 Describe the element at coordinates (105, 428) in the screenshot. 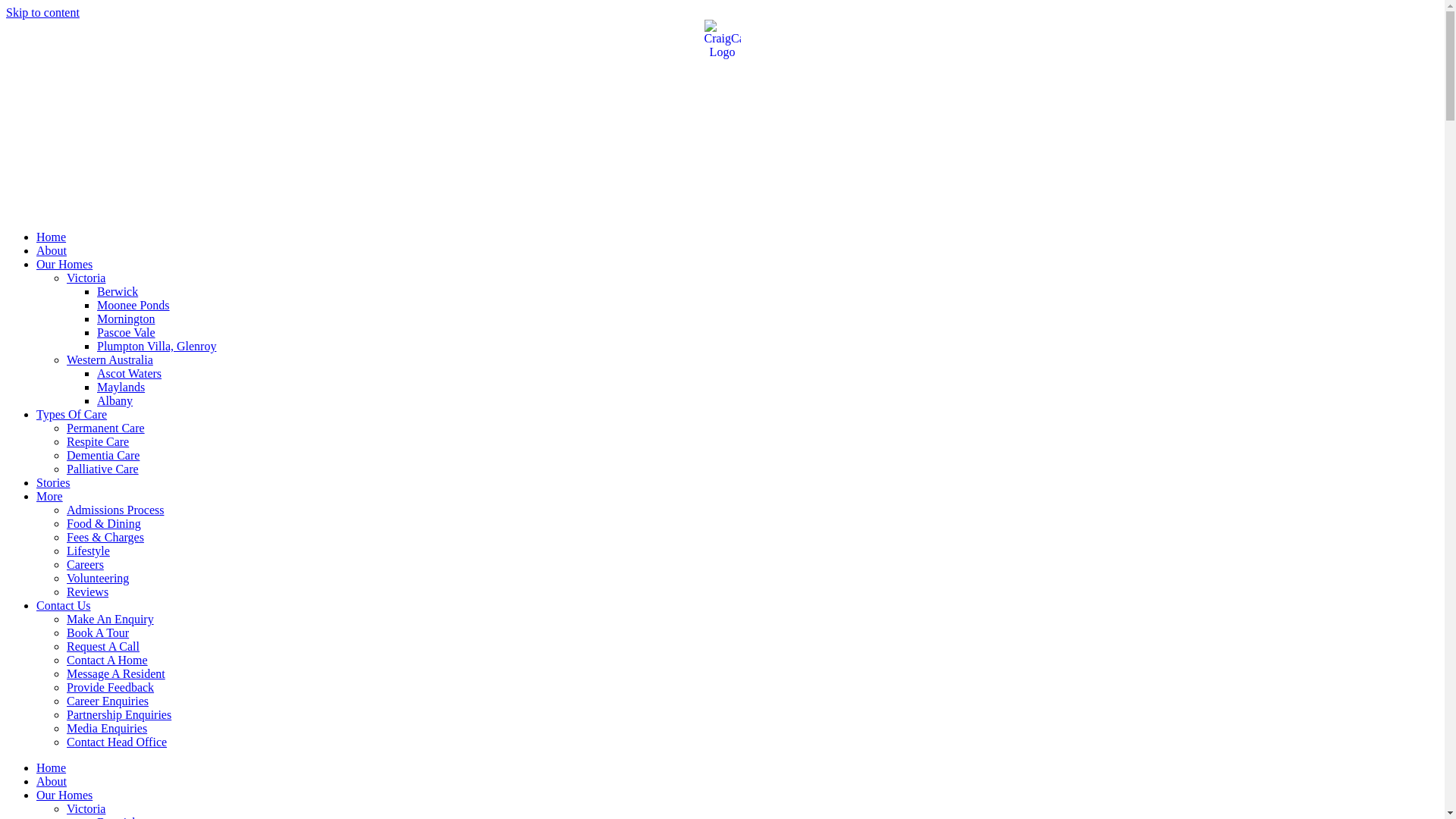

I see `'Permanent Care'` at that location.